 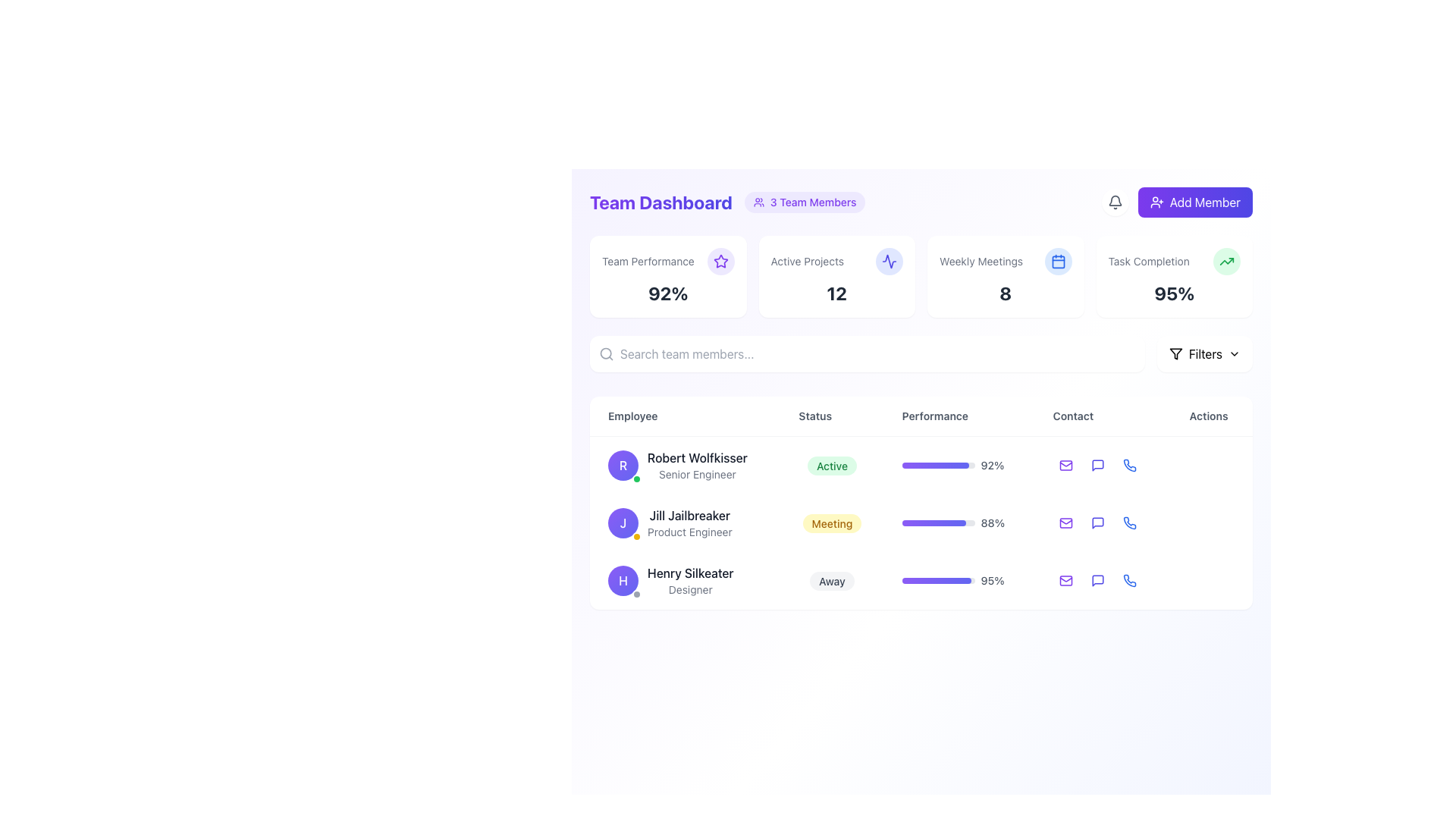 I want to click on the blue phone icon in the 'Contact' section for 'Henry Silkeater' to initiate an action, so click(x=1129, y=522).